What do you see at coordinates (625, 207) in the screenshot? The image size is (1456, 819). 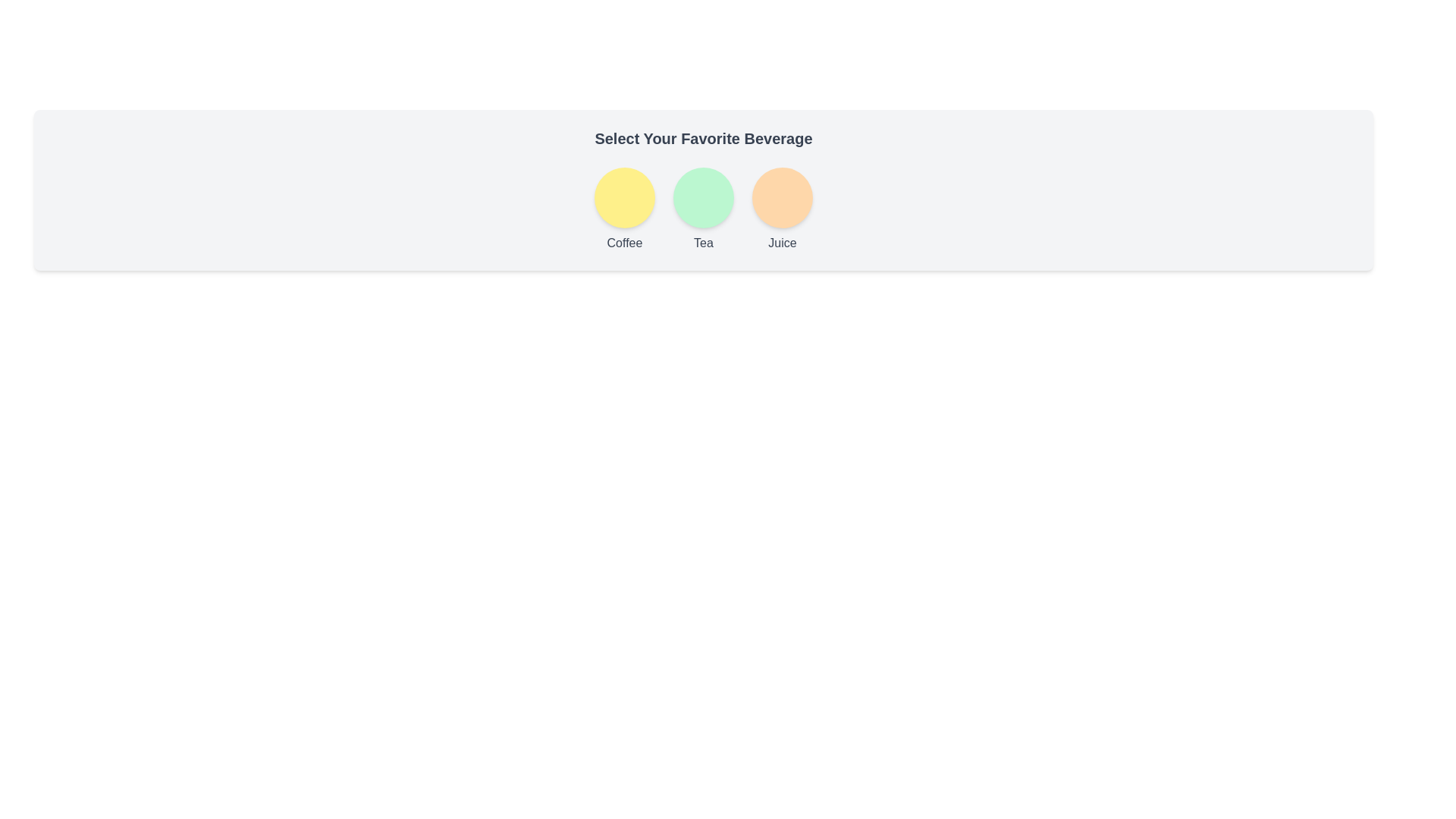 I see `the circular button labeled 'Coffee' with a yellow background` at bounding box center [625, 207].